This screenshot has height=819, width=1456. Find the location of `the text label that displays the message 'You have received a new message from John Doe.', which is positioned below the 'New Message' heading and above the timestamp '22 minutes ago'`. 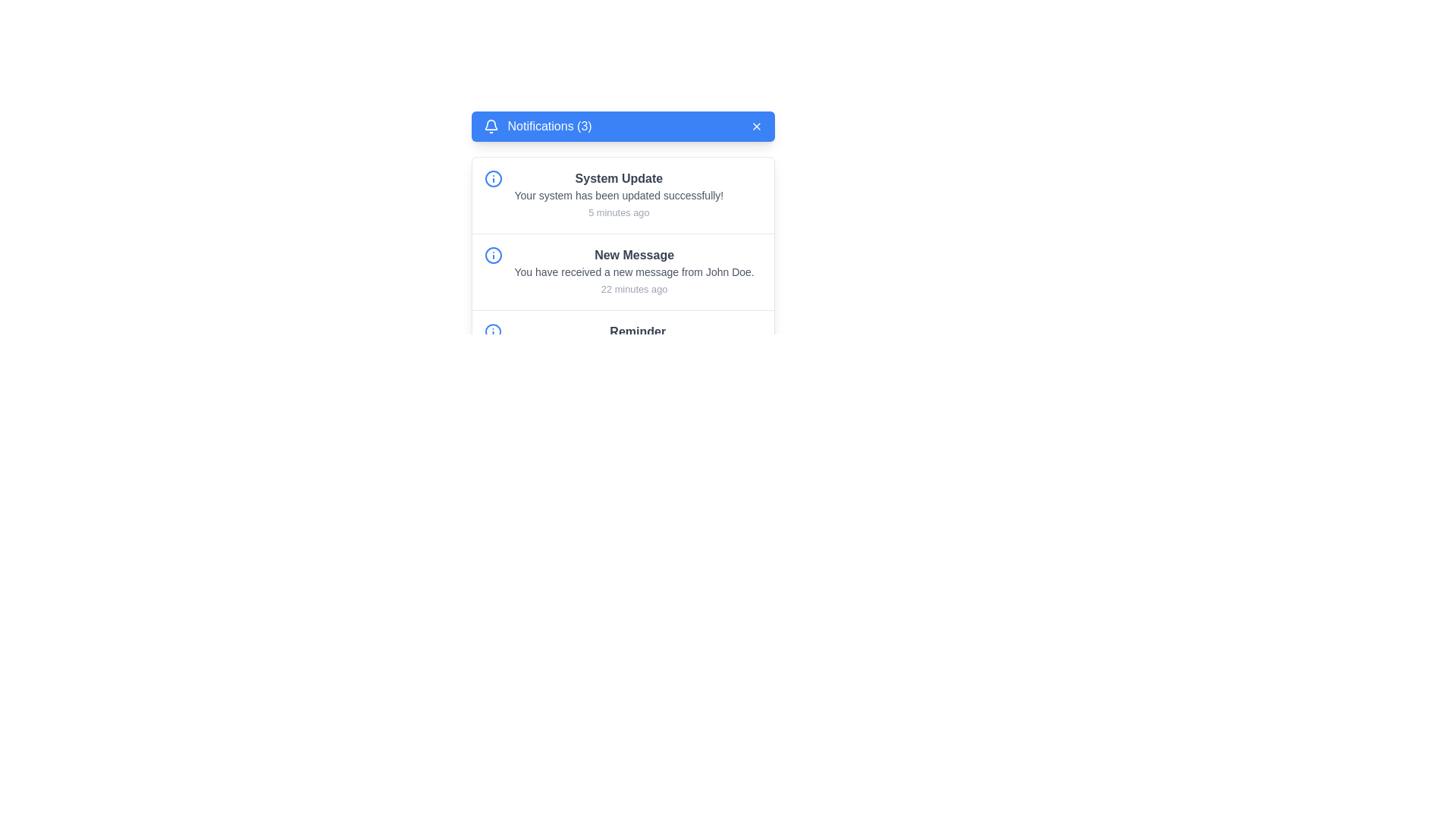

the text label that displays the message 'You have received a new message from John Doe.', which is positioned below the 'New Message' heading and above the timestamp '22 minutes ago' is located at coordinates (634, 271).